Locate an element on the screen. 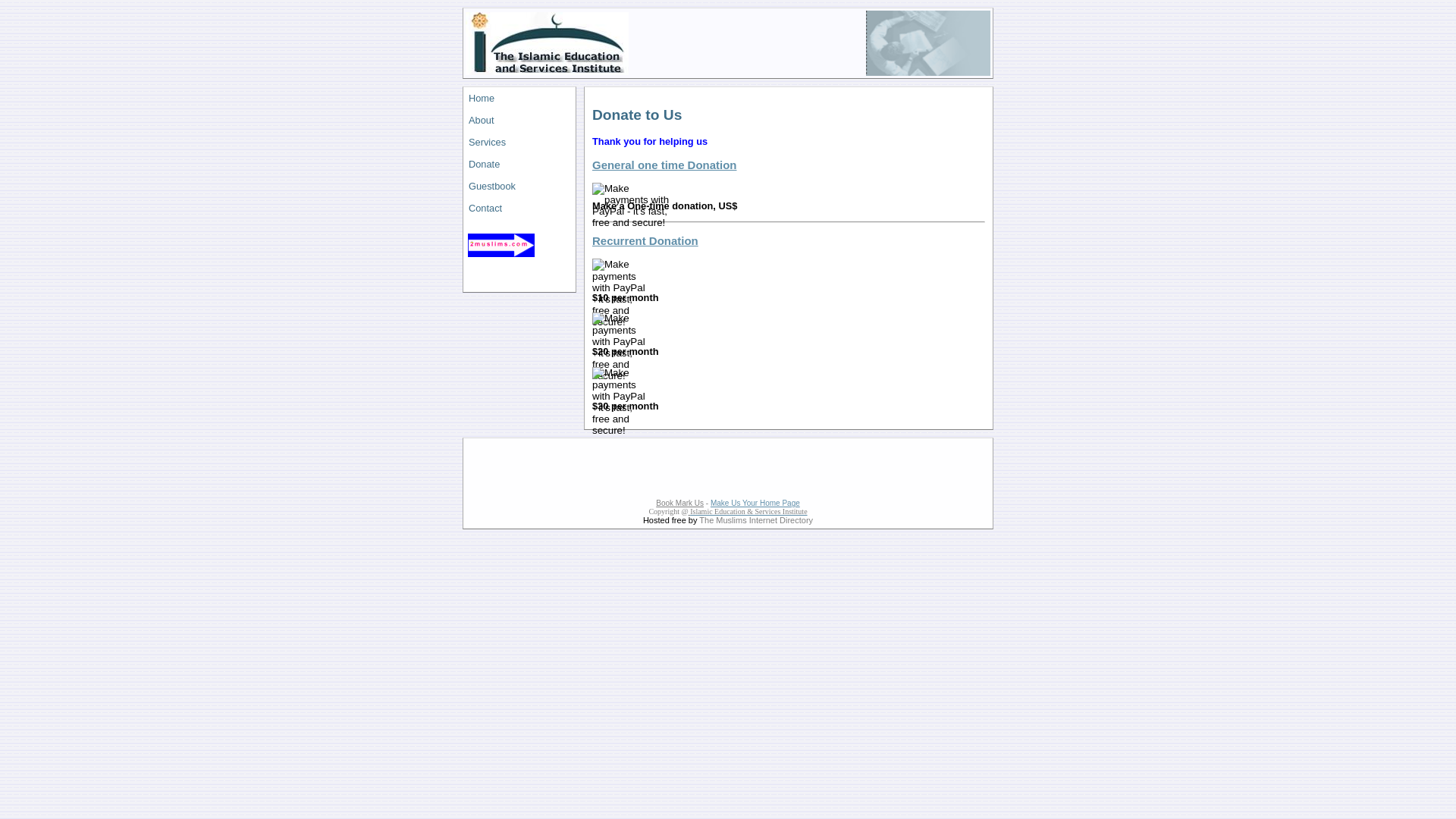 The height and width of the screenshot is (819, 1456). 'About' is located at coordinates (463, 119).